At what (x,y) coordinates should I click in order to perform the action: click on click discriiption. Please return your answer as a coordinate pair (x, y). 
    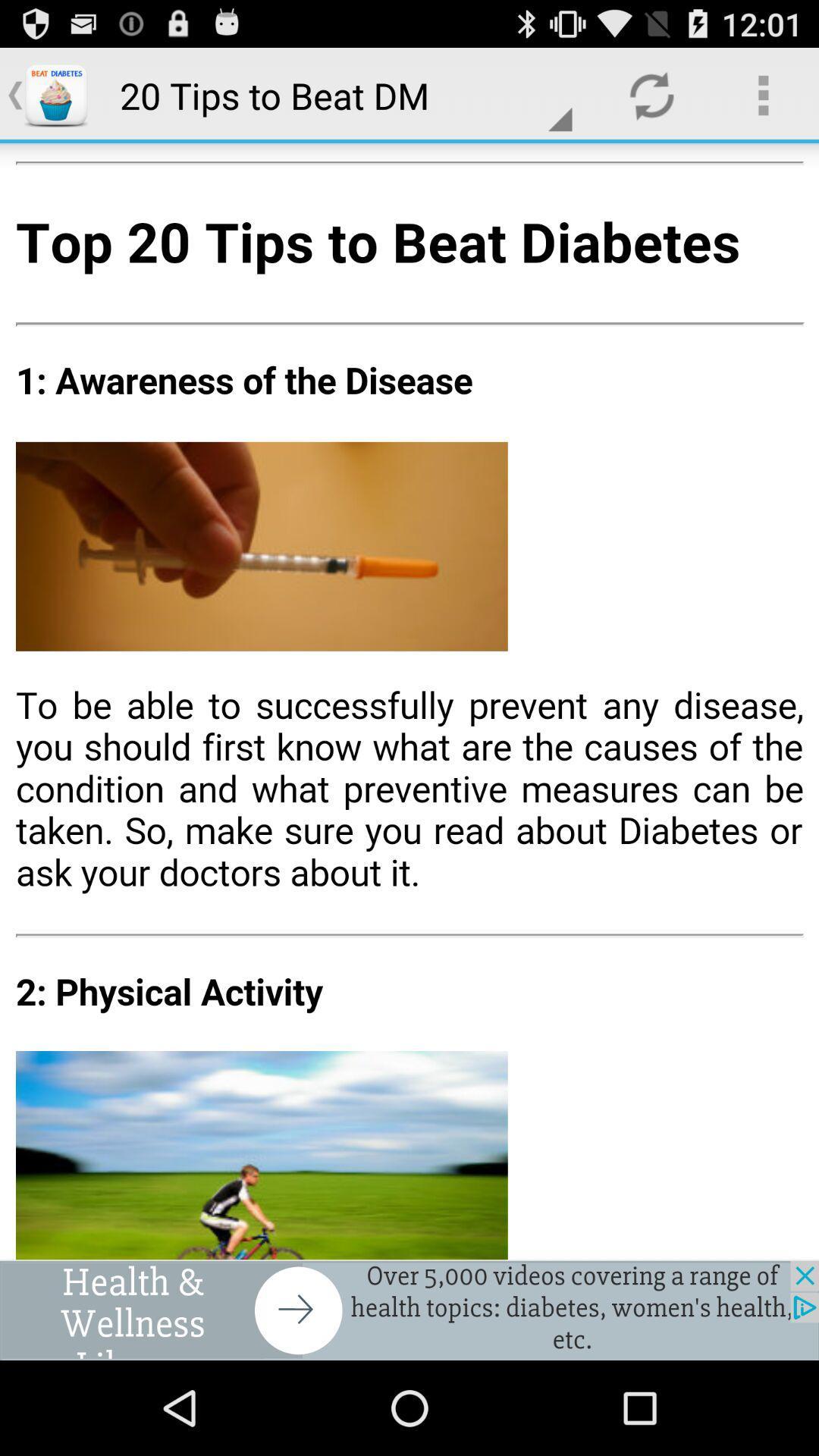
    Looking at the image, I should click on (409, 701).